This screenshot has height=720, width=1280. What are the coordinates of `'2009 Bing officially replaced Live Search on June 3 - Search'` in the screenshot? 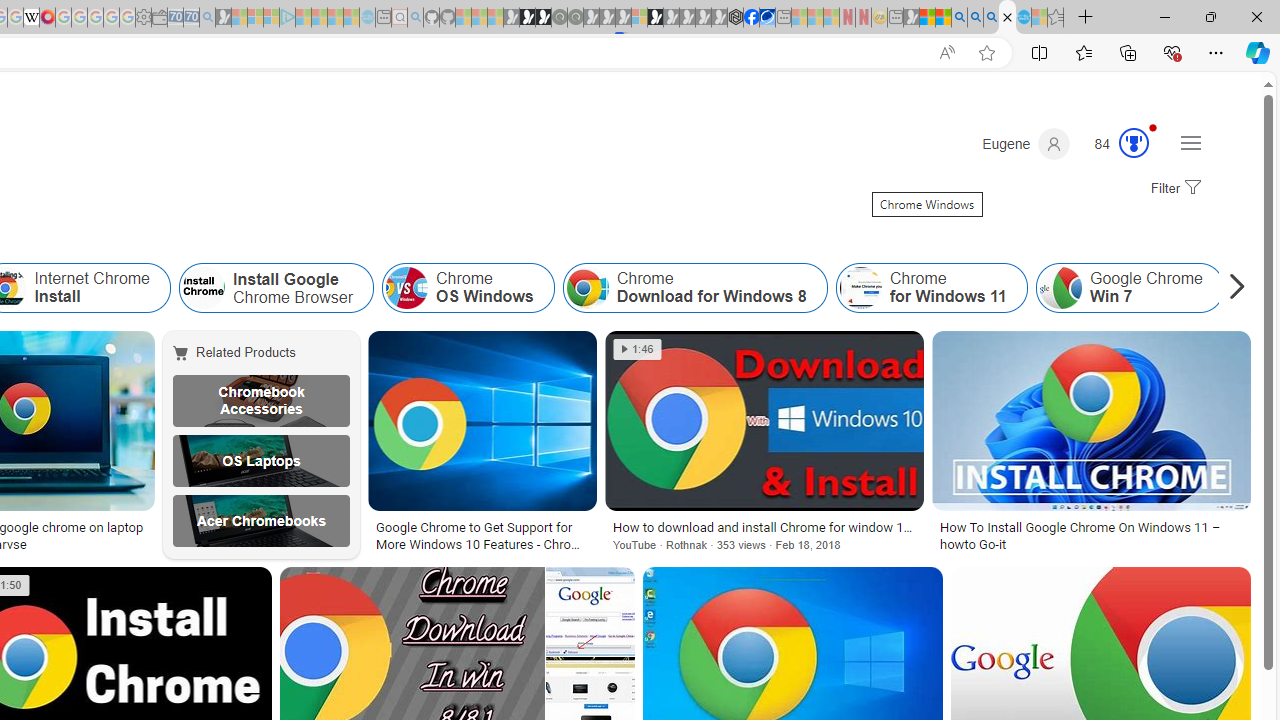 It's located at (975, 17).